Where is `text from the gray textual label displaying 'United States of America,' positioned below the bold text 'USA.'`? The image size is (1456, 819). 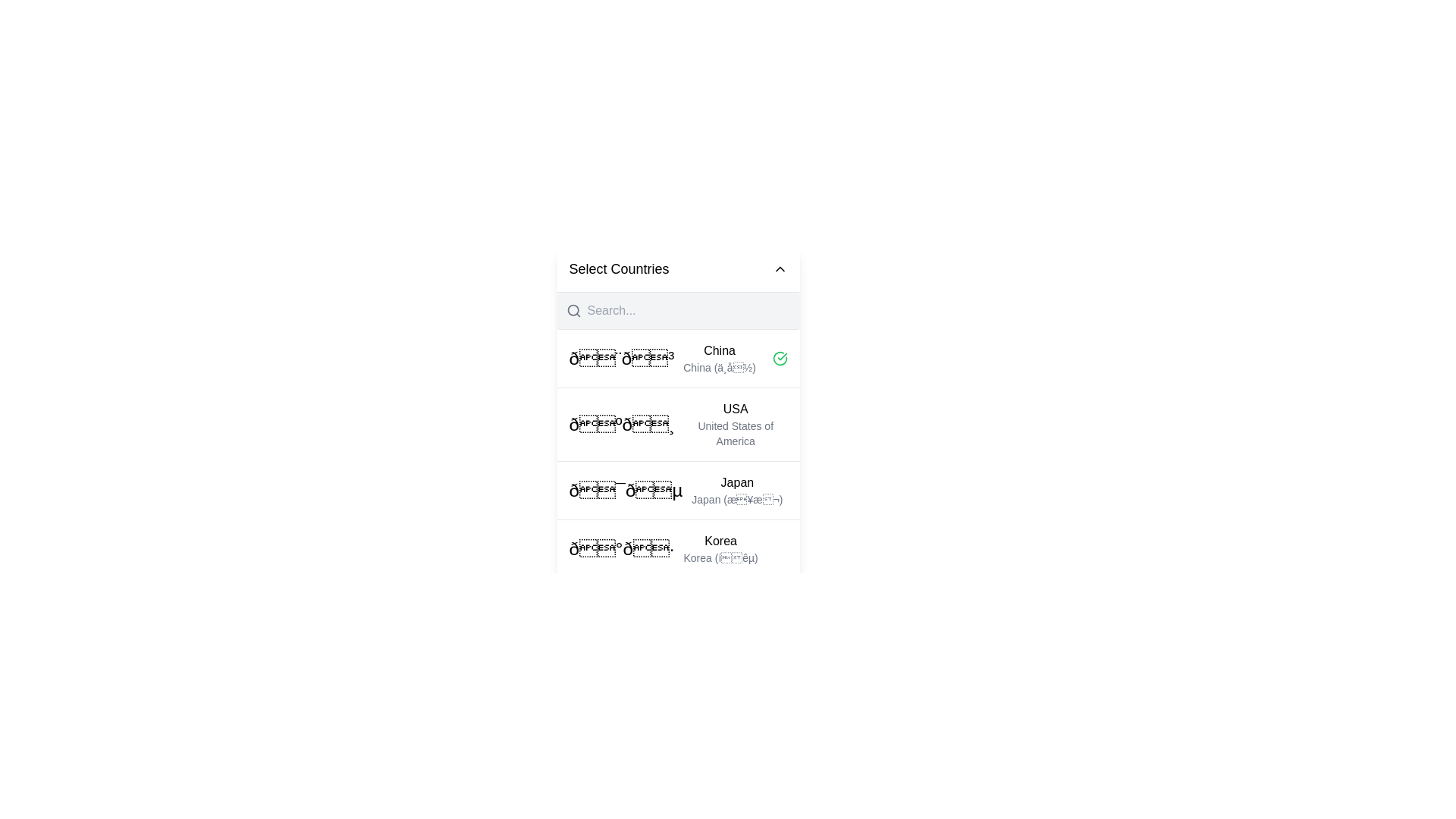 text from the gray textual label displaying 'United States of America,' positioned below the bold text 'USA.' is located at coordinates (736, 433).